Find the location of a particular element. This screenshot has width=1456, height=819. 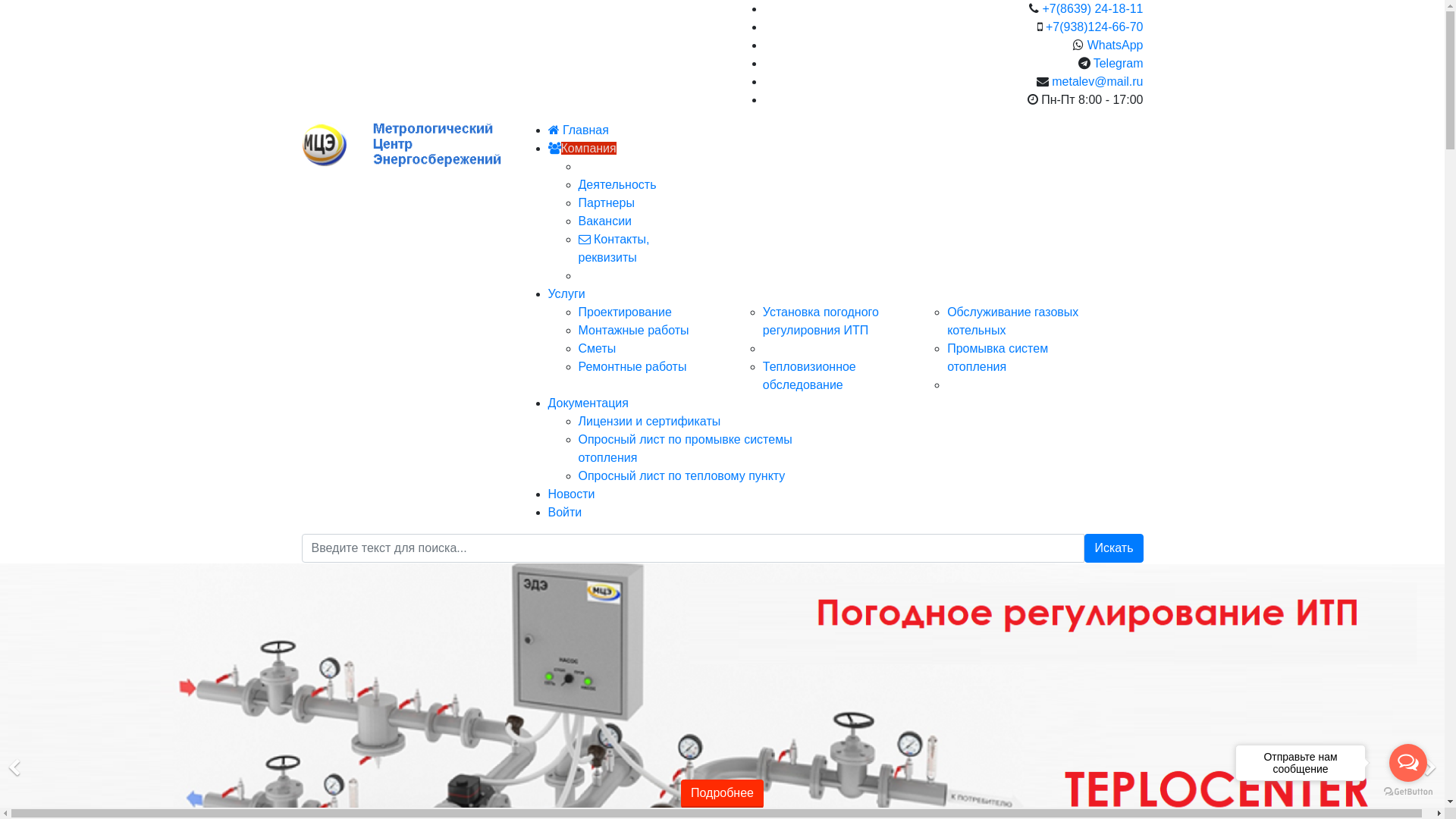

'metalev@mail.ru' is located at coordinates (1051, 81).